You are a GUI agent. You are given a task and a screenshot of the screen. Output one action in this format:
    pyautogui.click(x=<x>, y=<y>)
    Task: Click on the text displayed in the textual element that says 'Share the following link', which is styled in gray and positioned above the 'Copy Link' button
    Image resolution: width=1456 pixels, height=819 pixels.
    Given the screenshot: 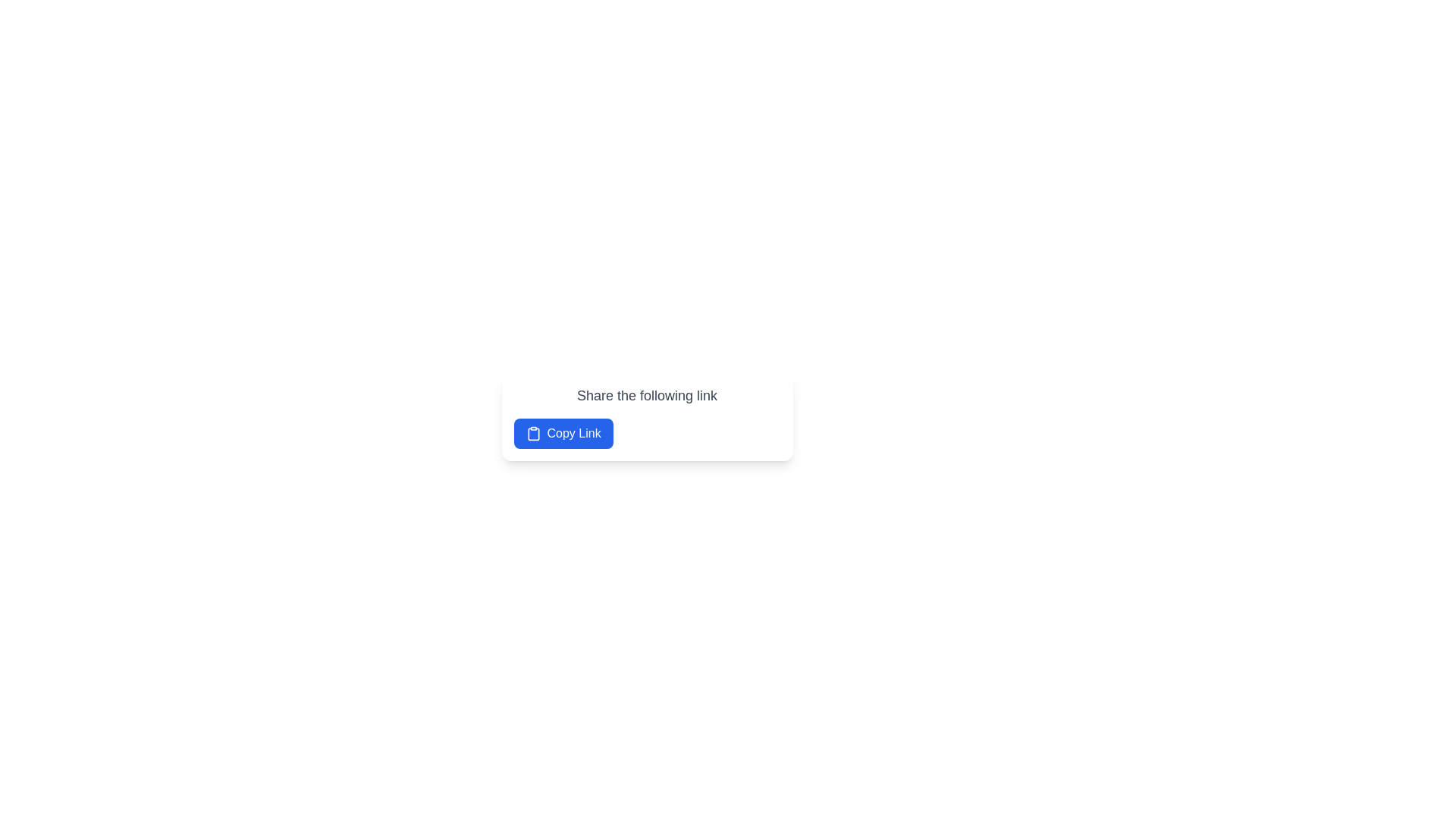 What is the action you would take?
    pyautogui.click(x=647, y=394)
    